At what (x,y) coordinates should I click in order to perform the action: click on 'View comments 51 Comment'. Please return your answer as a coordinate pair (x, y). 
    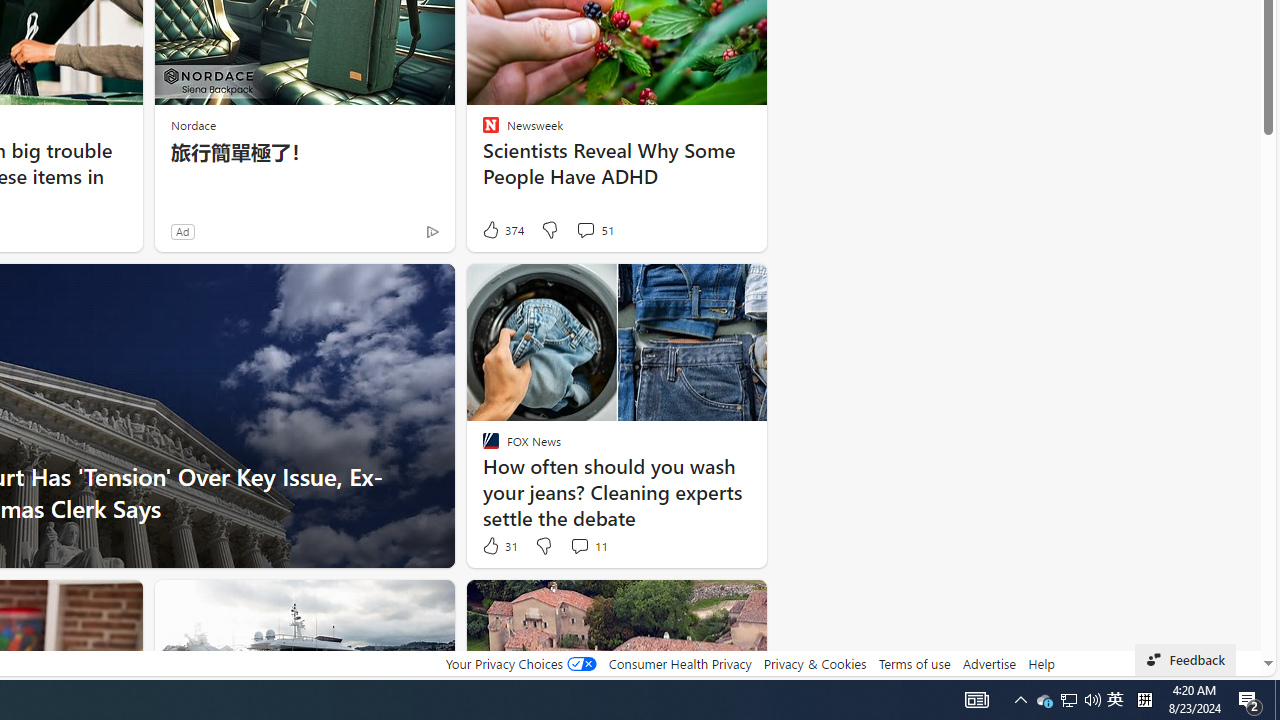
    Looking at the image, I should click on (593, 229).